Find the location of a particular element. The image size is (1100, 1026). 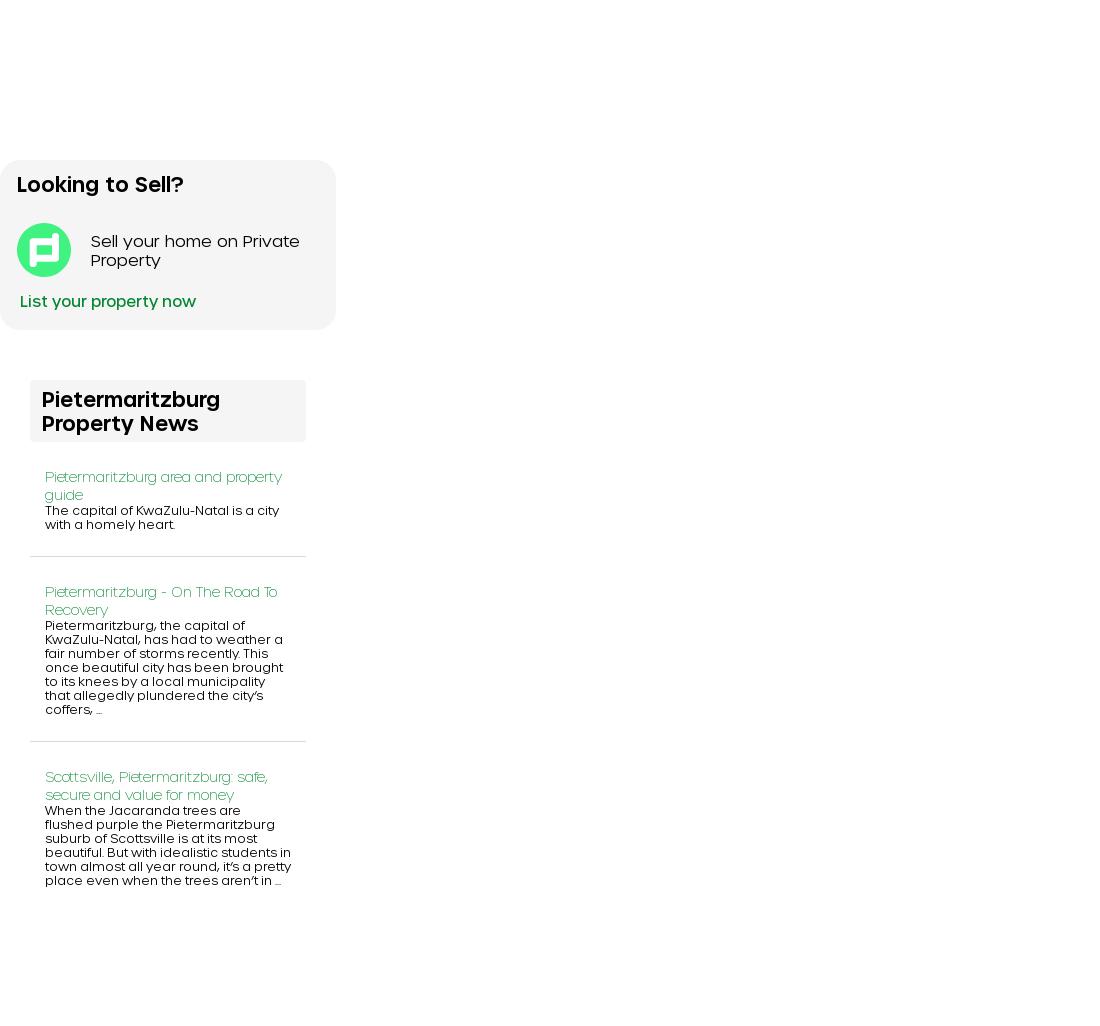

'Pietermaritzburg Property News' is located at coordinates (131, 408).